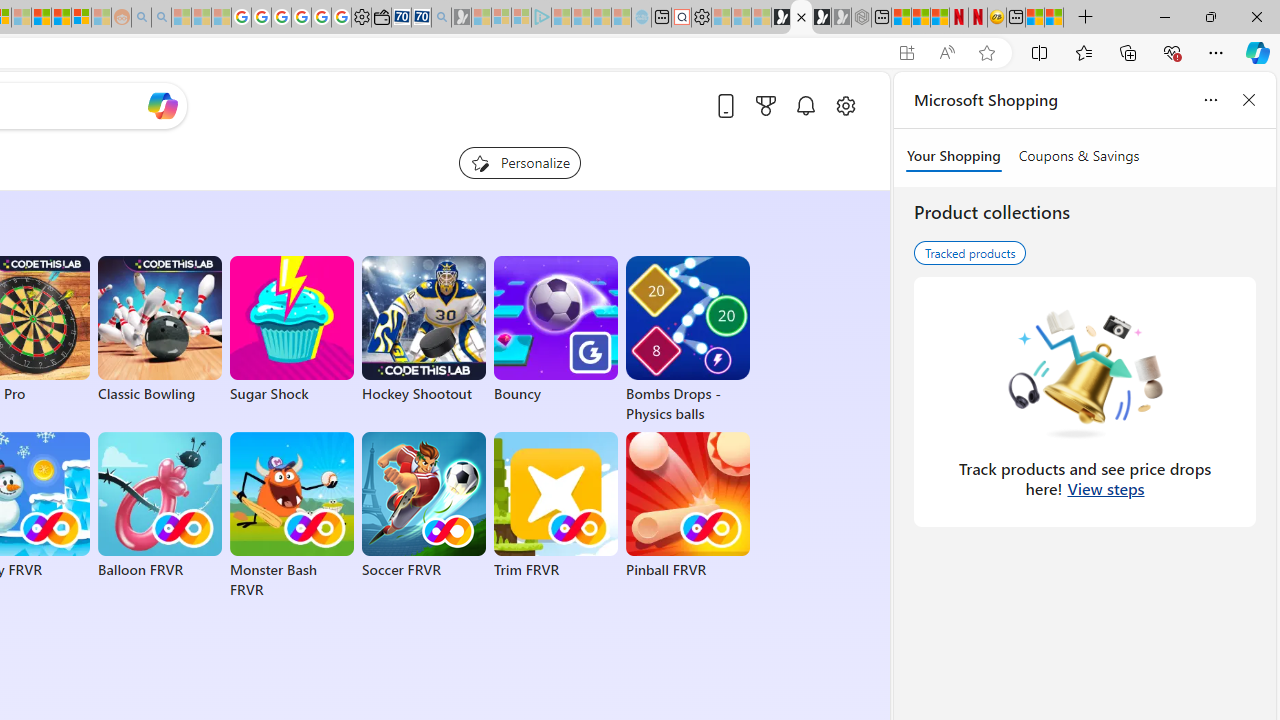  I want to click on 'Wildlife - MSN', so click(1035, 17).